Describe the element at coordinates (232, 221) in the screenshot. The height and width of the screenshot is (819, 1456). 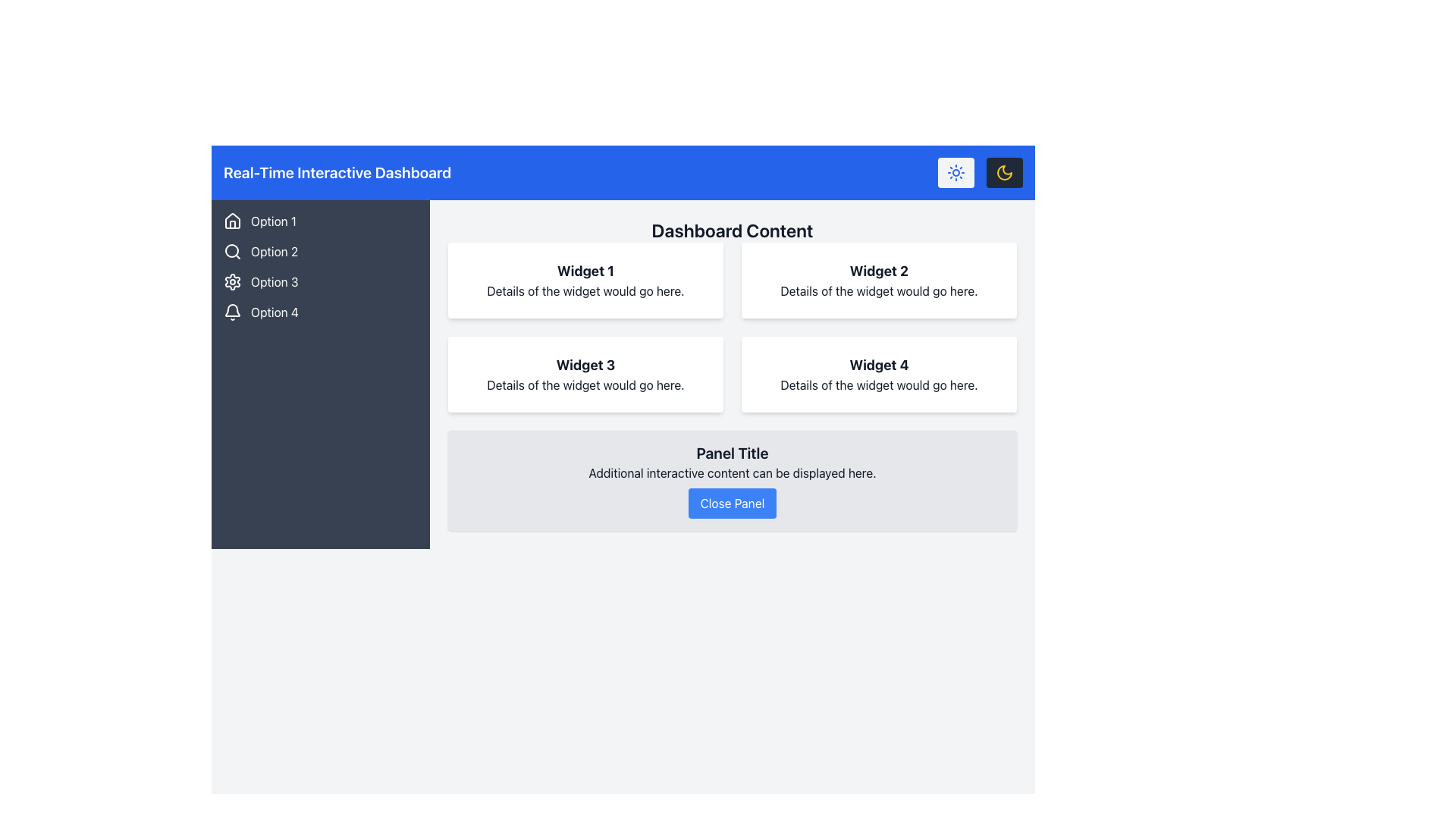
I see `the house icon in the top-left corner of the application` at that location.